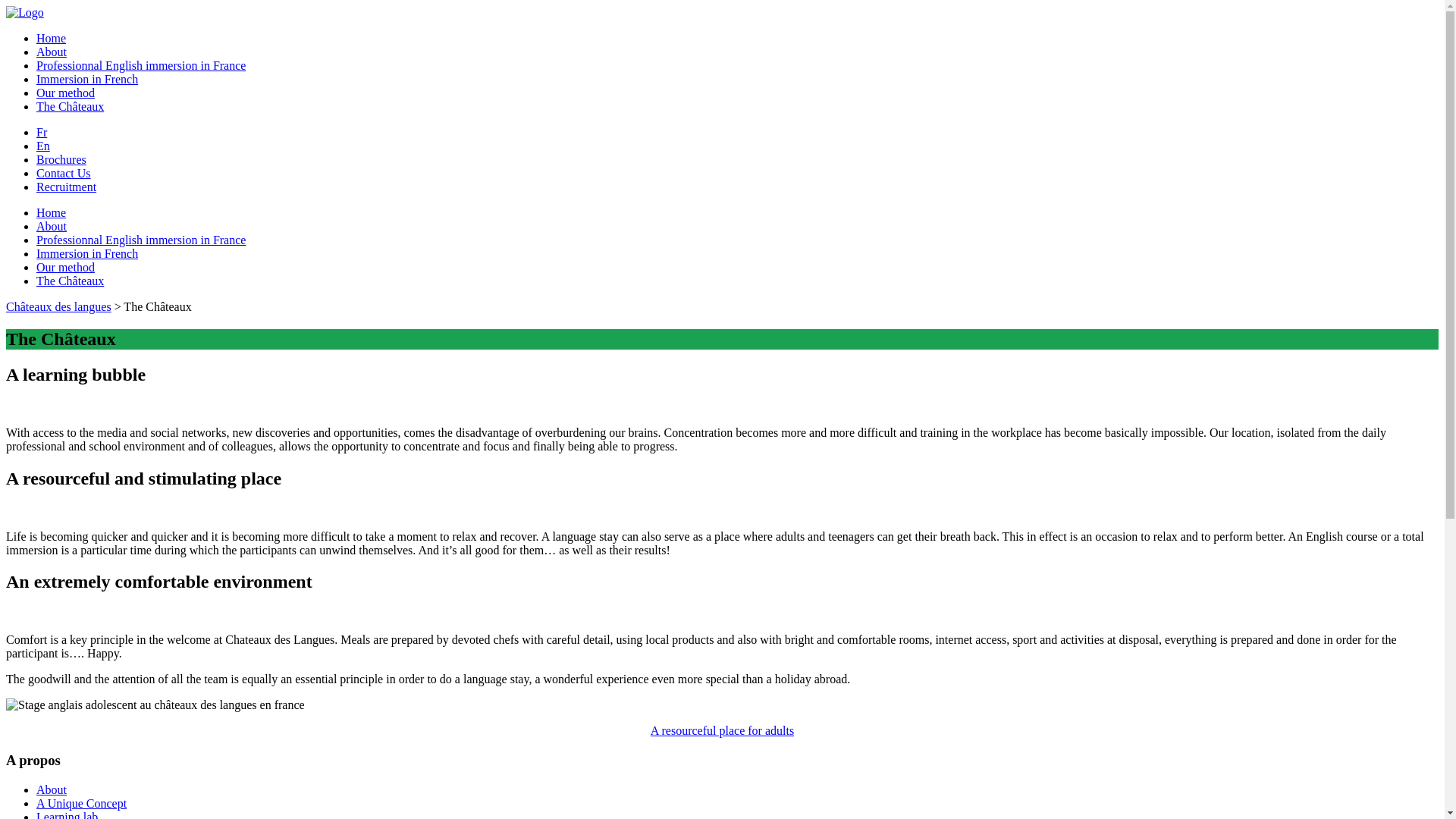 Image resolution: width=1456 pixels, height=819 pixels. Describe the element at coordinates (62, 172) in the screenshot. I see `'Contact Us'` at that location.